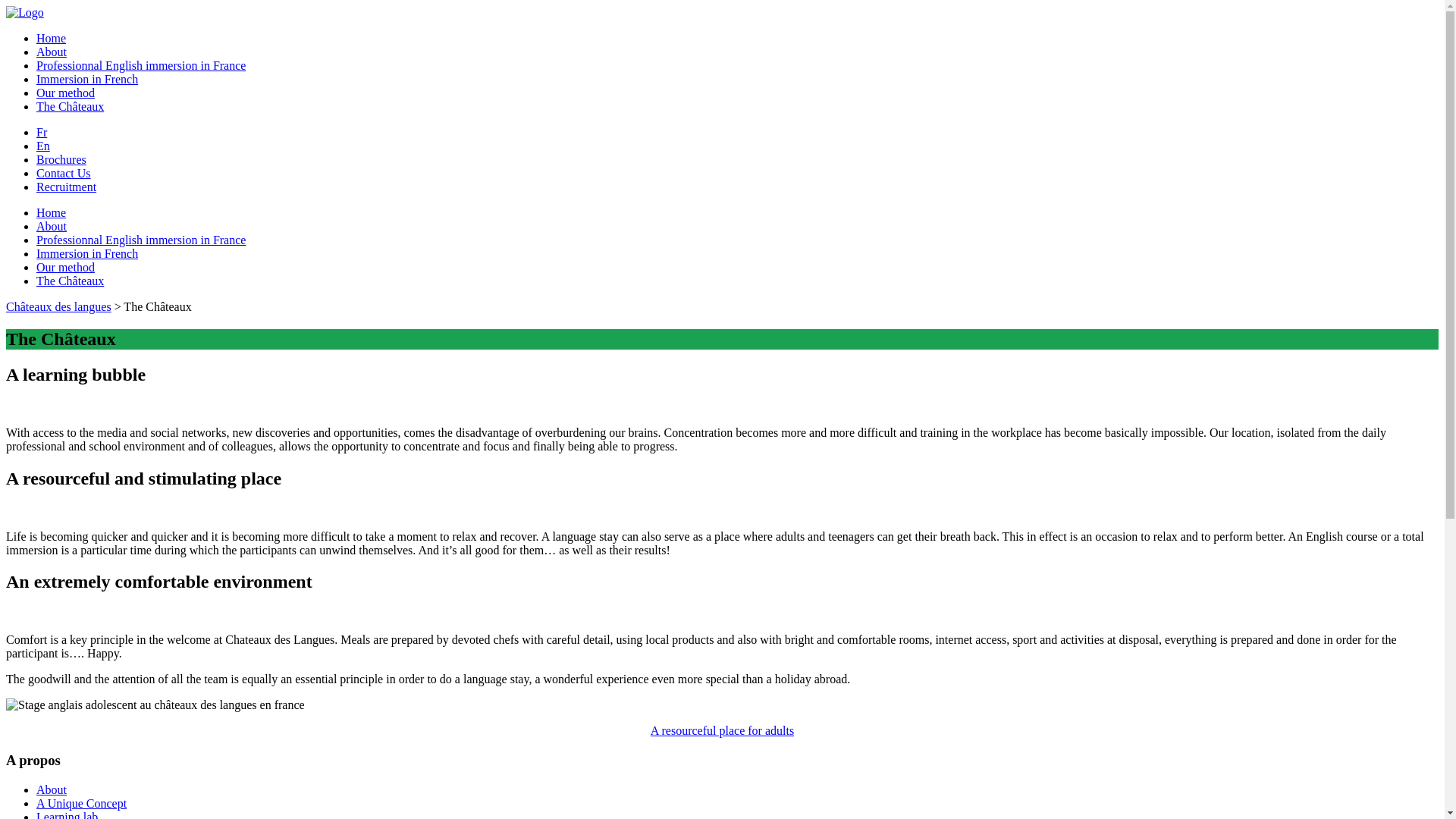 Image resolution: width=1456 pixels, height=819 pixels. Describe the element at coordinates (62, 172) in the screenshot. I see `'Contact Us'` at that location.